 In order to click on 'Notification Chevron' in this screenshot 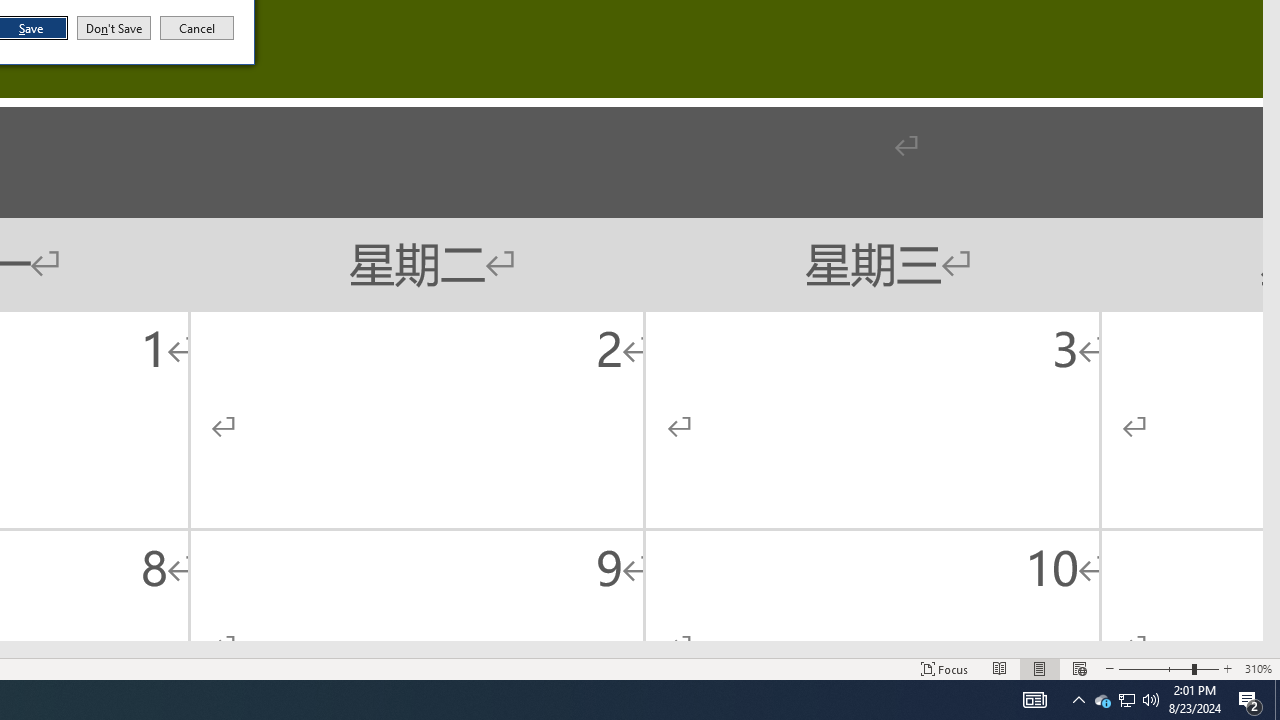, I will do `click(1078, 698)`.